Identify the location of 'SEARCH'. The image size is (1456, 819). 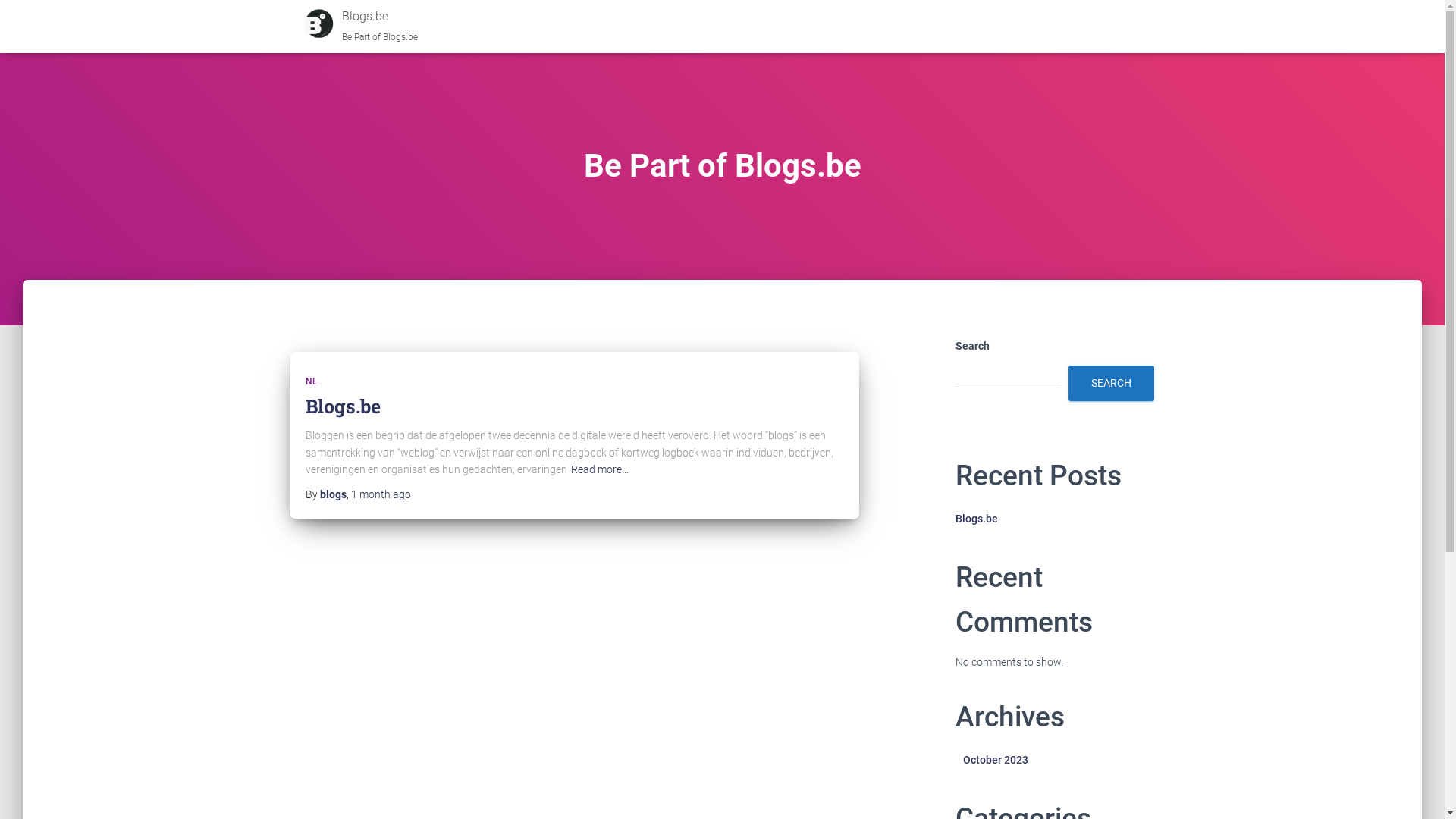
(1110, 382).